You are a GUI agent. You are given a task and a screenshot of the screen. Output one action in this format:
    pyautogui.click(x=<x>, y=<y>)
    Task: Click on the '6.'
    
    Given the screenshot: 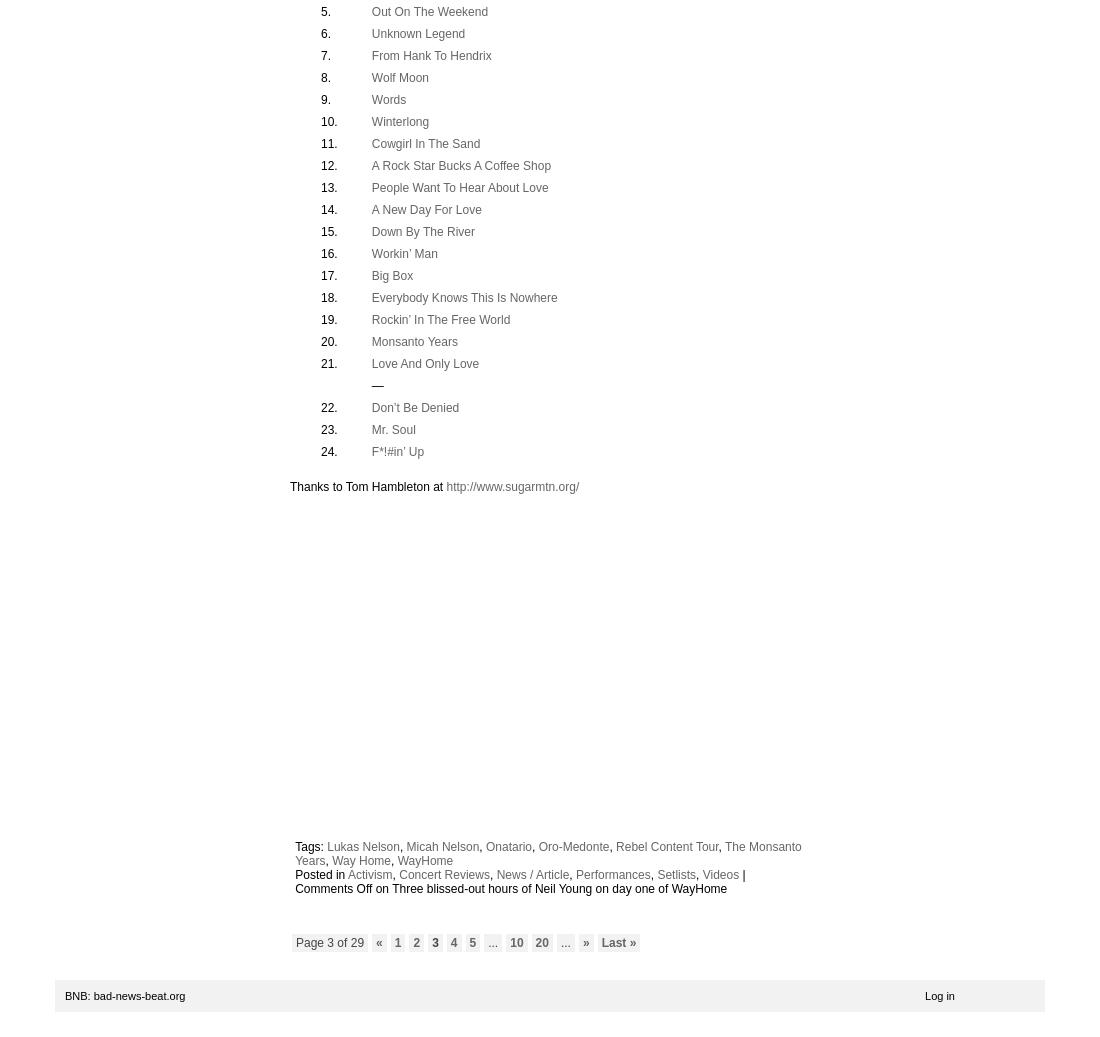 What is the action you would take?
    pyautogui.click(x=325, y=31)
    